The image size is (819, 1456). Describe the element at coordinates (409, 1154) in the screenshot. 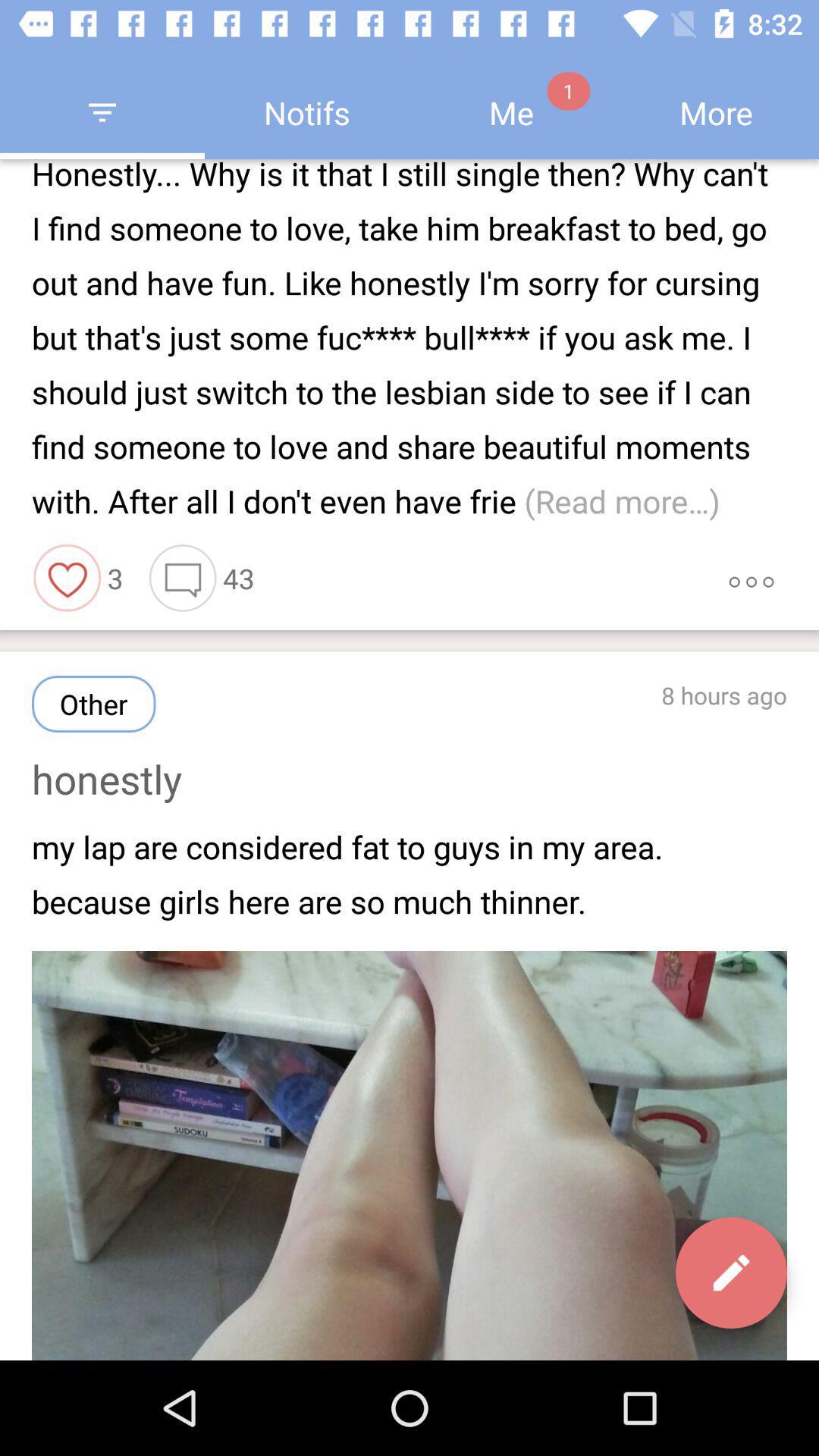

I see `the image of leg` at that location.